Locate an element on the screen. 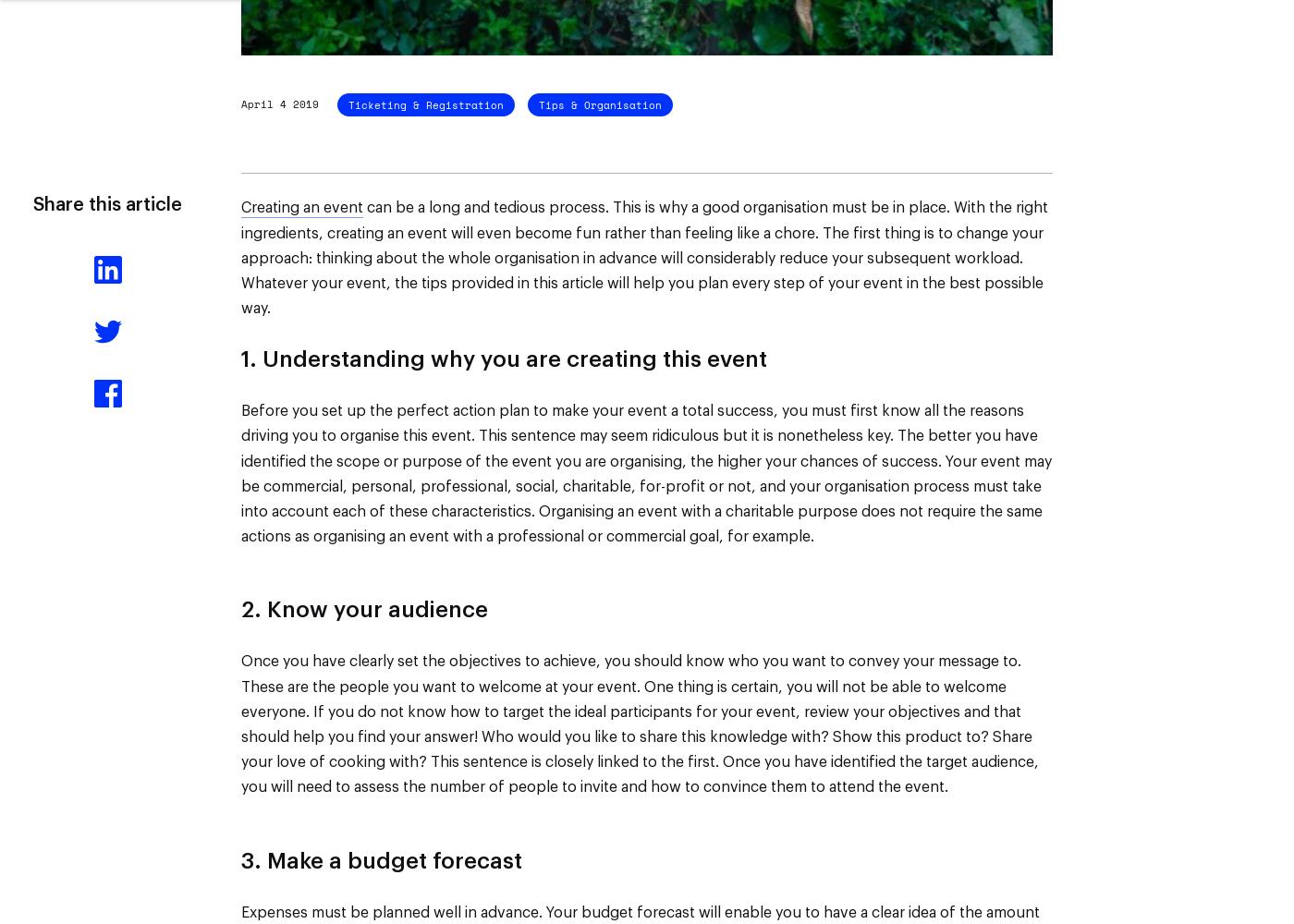 The height and width of the screenshot is (924, 1294). 'Share this article' is located at coordinates (106, 204).